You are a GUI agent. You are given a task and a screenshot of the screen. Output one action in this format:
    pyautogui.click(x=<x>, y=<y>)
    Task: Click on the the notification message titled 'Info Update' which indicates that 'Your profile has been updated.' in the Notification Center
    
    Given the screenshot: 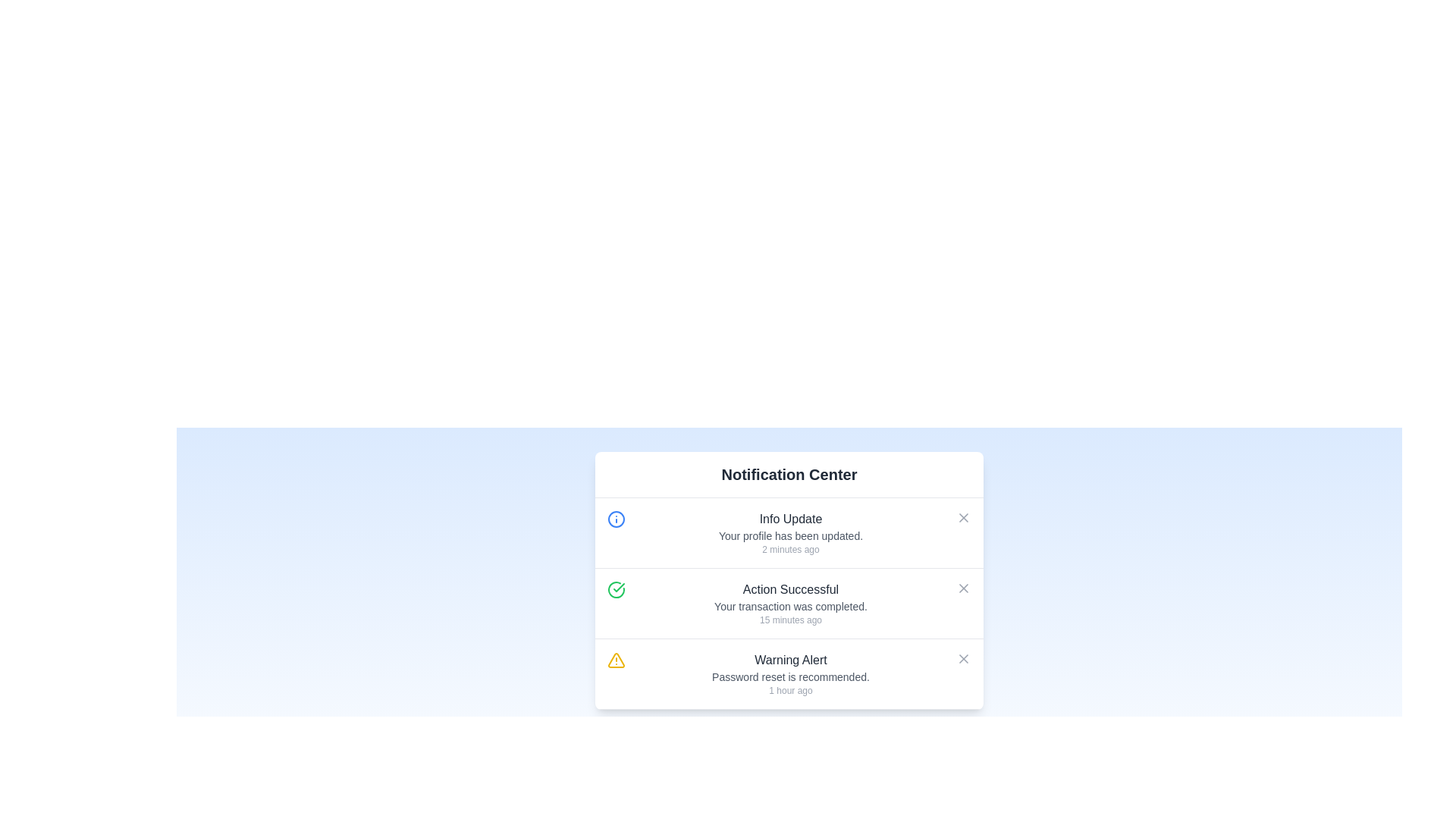 What is the action you would take?
    pyautogui.click(x=789, y=532)
    